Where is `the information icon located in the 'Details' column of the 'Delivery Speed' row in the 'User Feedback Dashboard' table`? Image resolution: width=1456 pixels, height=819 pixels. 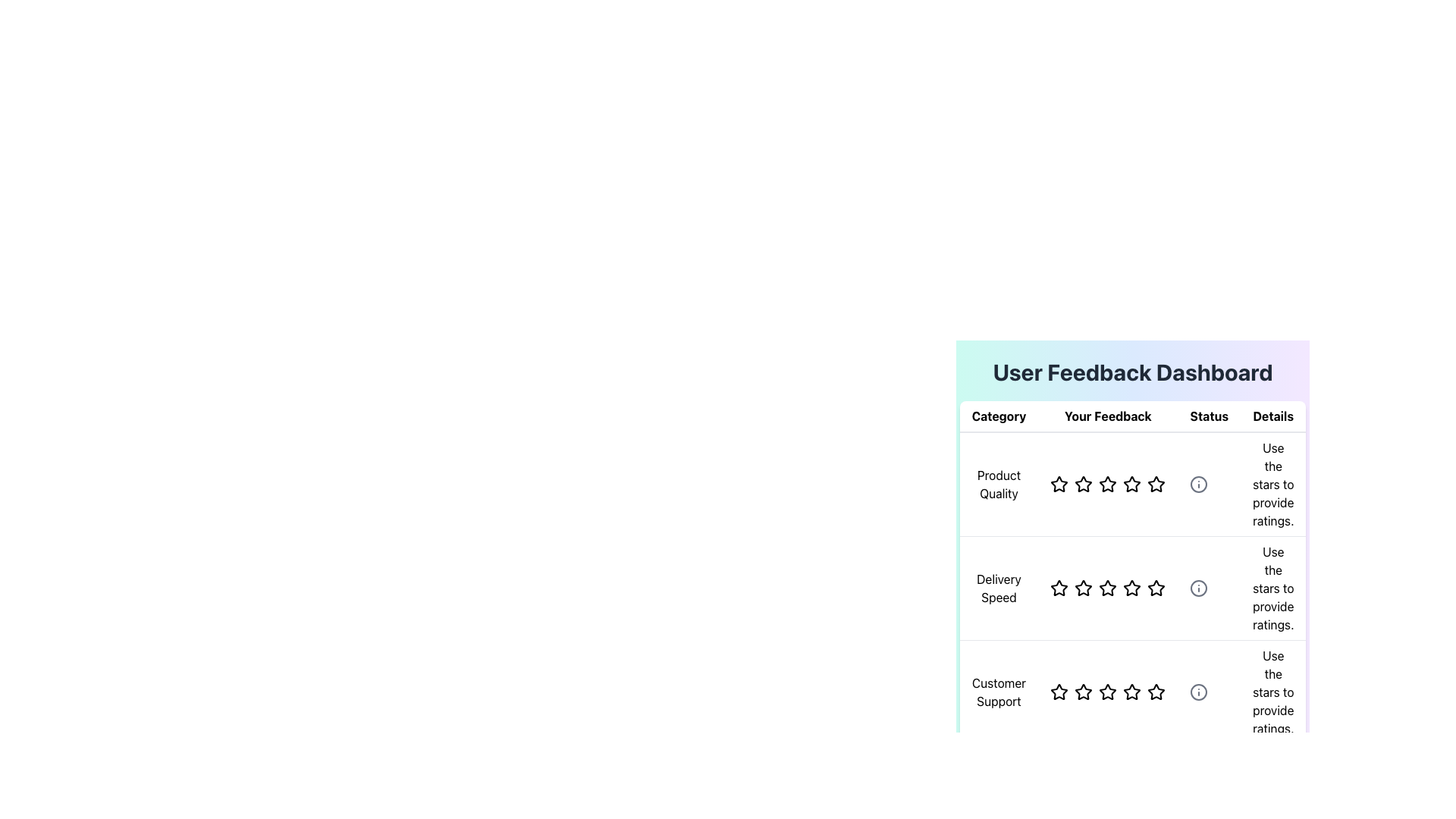 the information icon located in the 'Details' column of the 'Delivery Speed' row in the 'User Feedback Dashboard' table is located at coordinates (1198, 587).